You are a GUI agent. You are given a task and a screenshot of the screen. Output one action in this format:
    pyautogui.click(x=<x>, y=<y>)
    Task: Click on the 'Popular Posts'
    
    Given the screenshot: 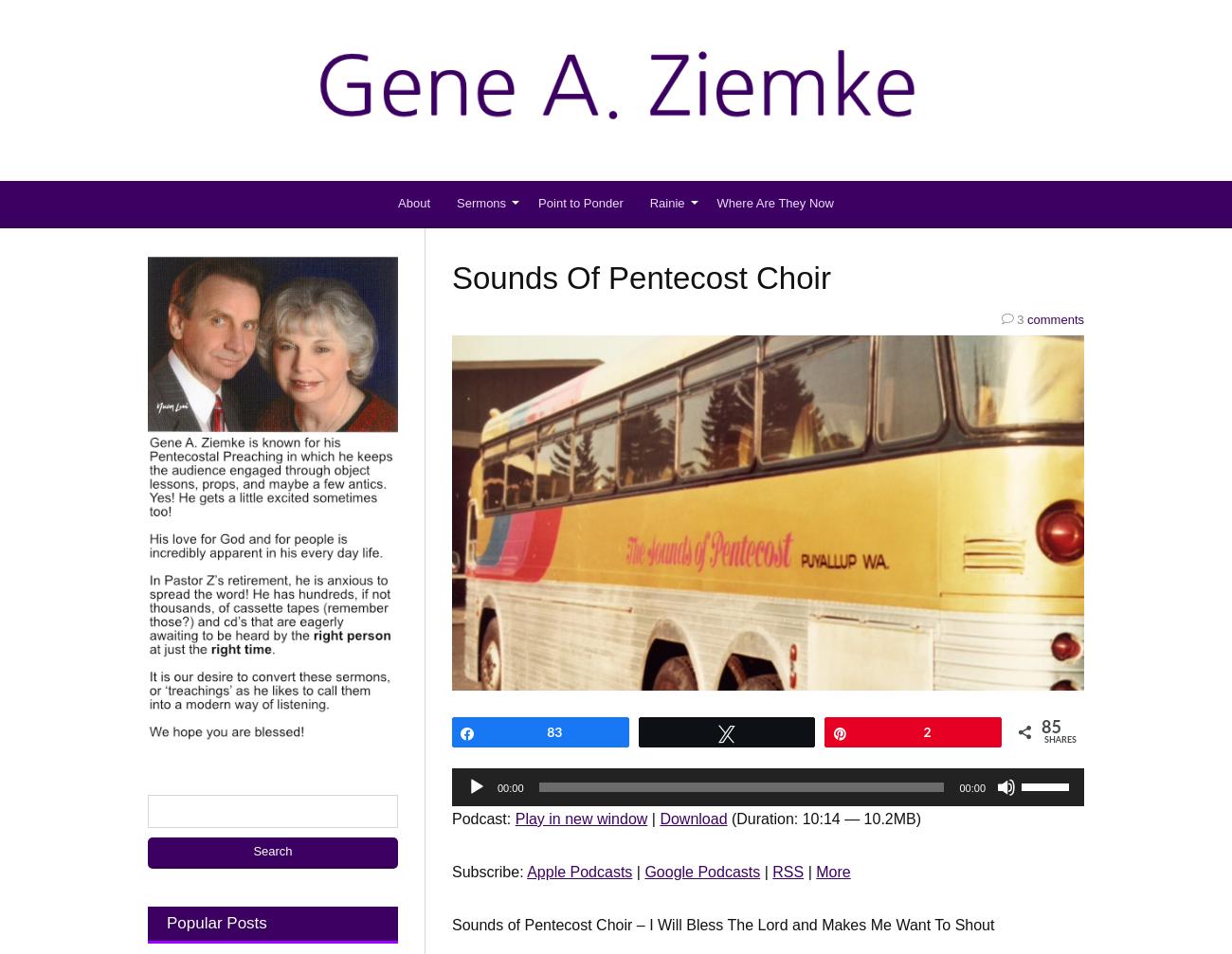 What is the action you would take?
    pyautogui.click(x=167, y=921)
    